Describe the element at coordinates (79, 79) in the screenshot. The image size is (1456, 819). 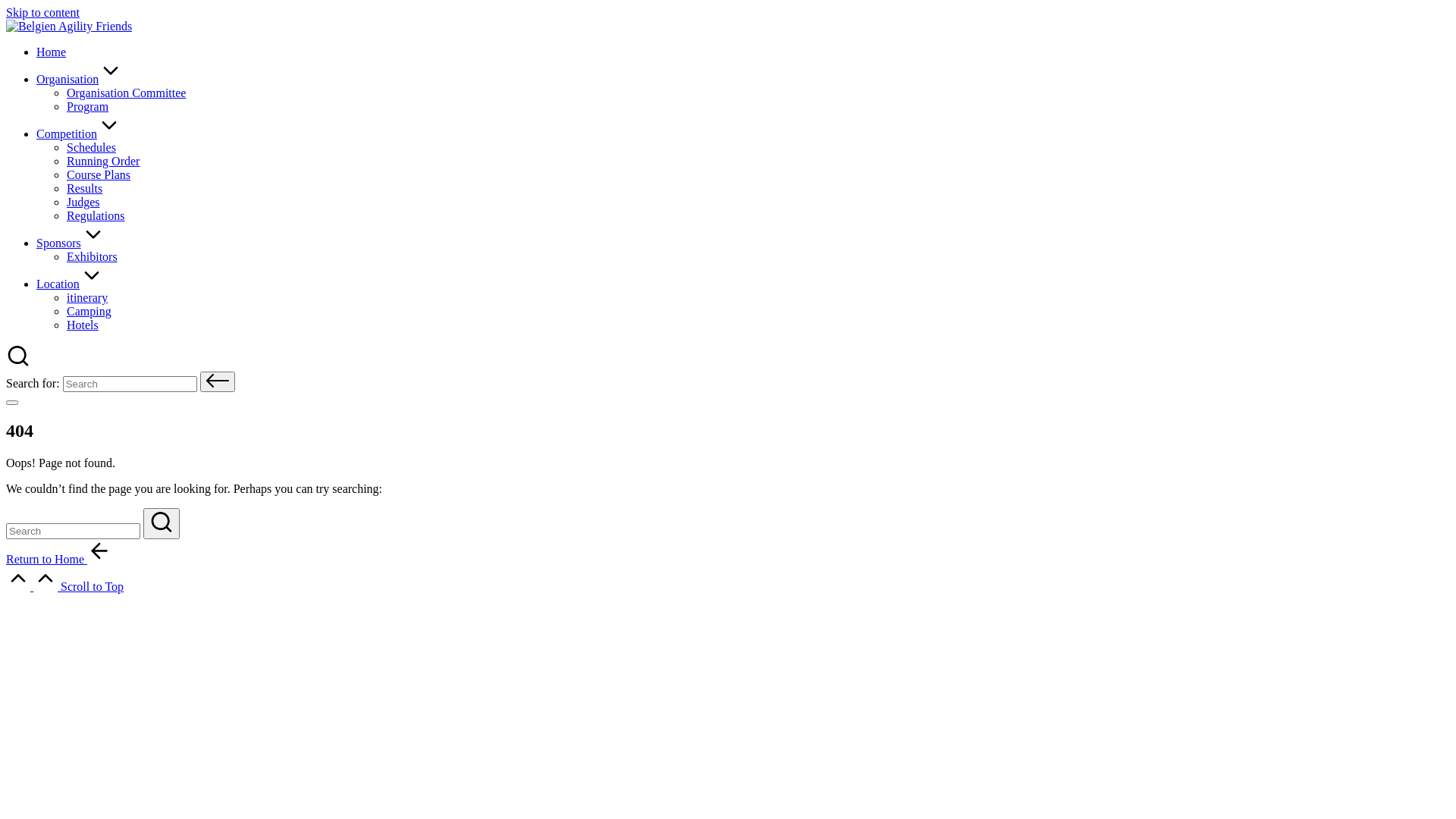
I see `'Organisation'` at that location.